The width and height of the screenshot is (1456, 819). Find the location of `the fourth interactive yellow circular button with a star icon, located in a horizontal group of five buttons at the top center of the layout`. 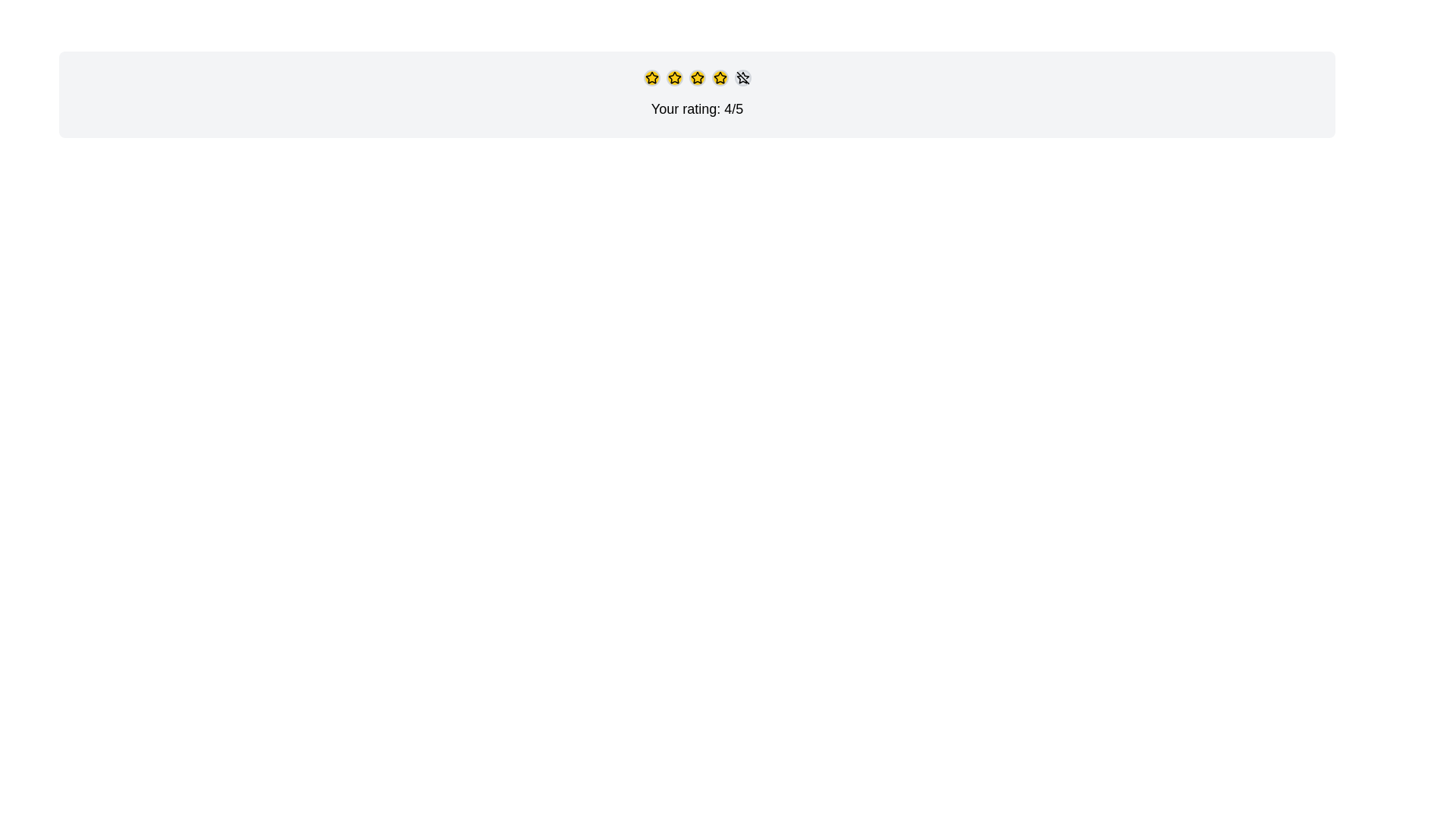

the fourth interactive yellow circular button with a star icon, located in a horizontal group of five buttons at the top center of the layout is located at coordinates (719, 78).